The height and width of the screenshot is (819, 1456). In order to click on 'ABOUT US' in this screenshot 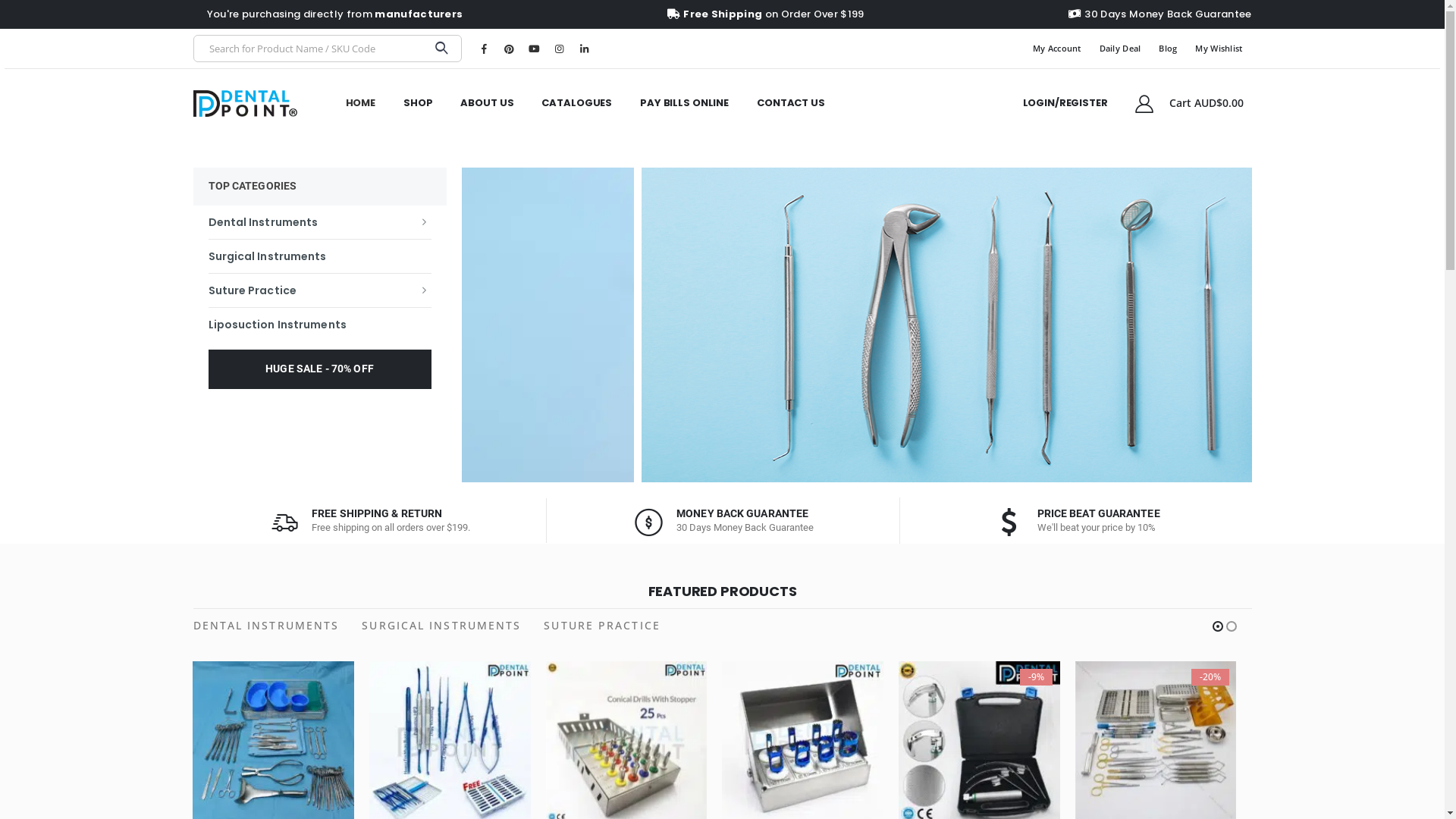, I will do `click(487, 102)`.